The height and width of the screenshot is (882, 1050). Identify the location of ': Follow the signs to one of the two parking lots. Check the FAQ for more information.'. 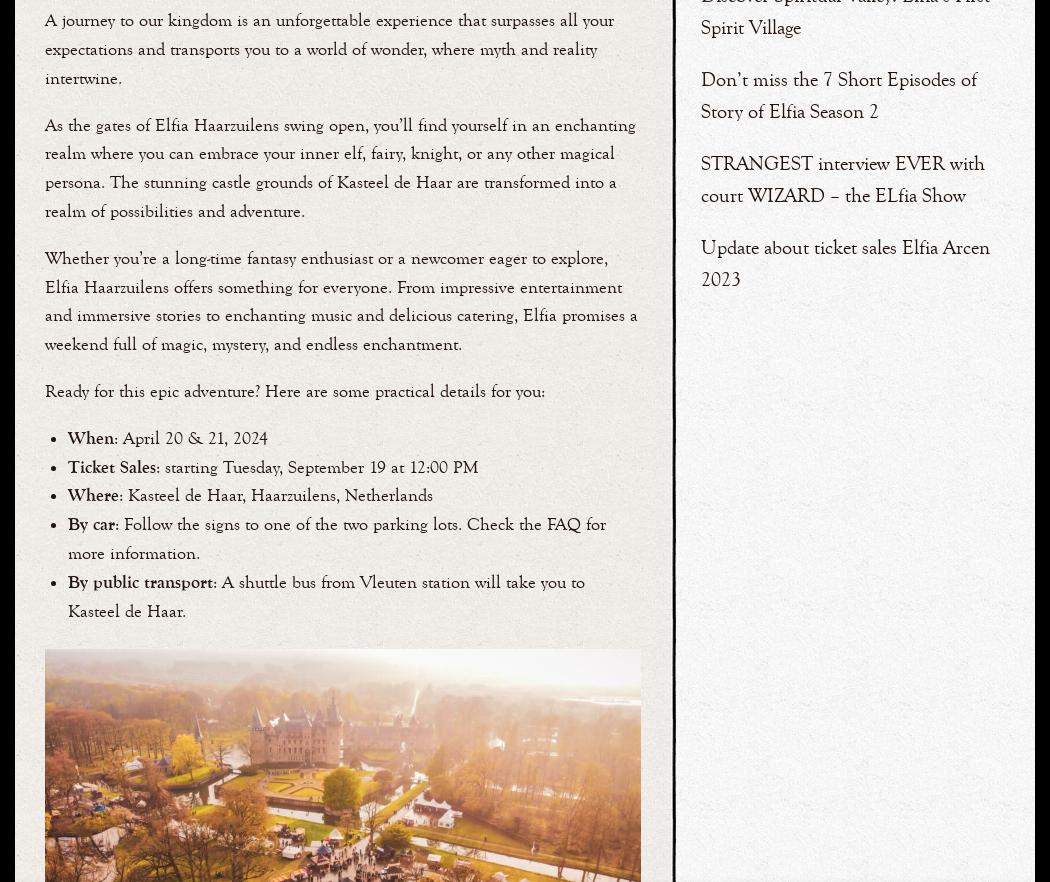
(336, 537).